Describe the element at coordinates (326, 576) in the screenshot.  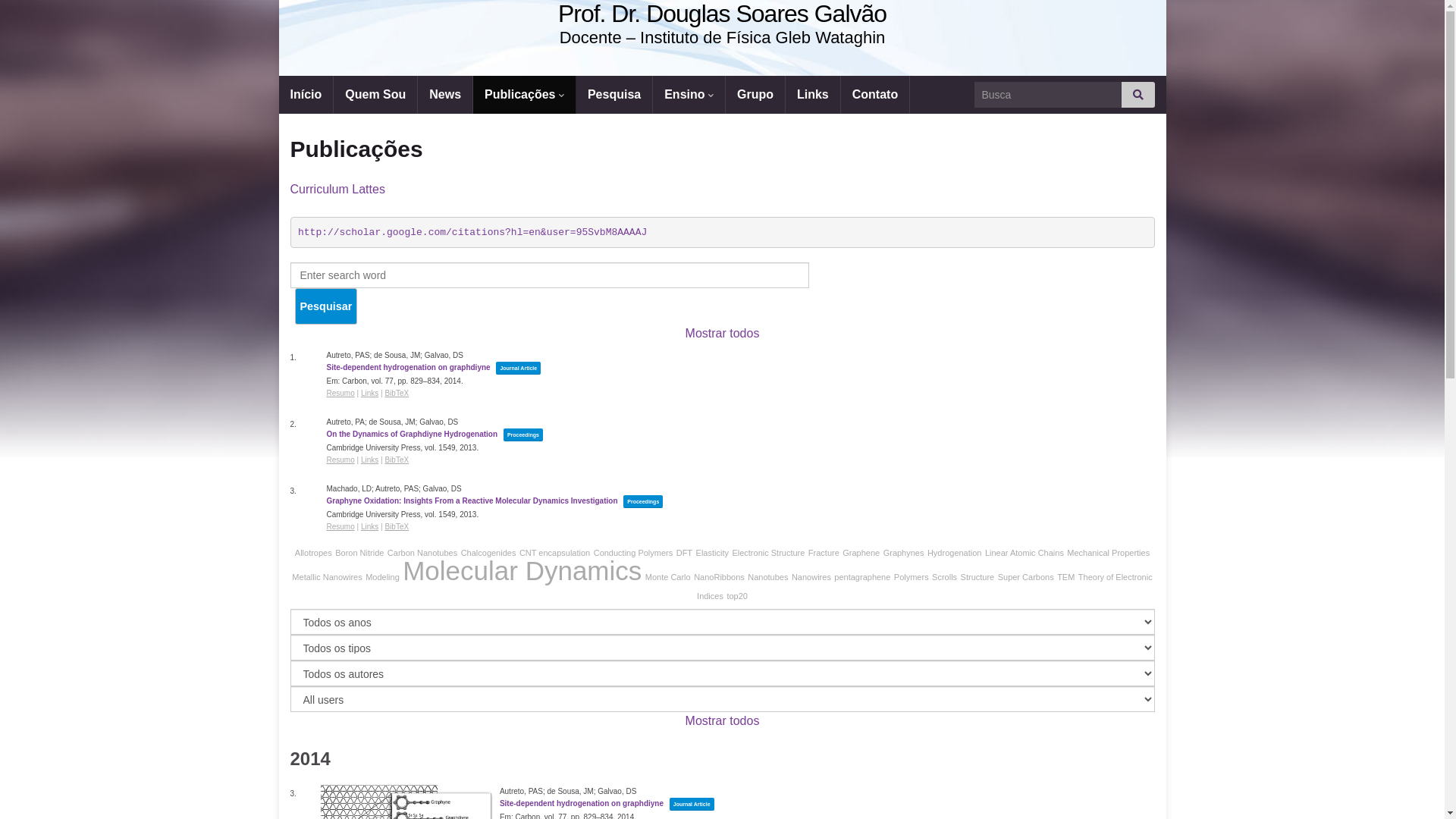
I see `'Metallic Nanowires'` at that location.